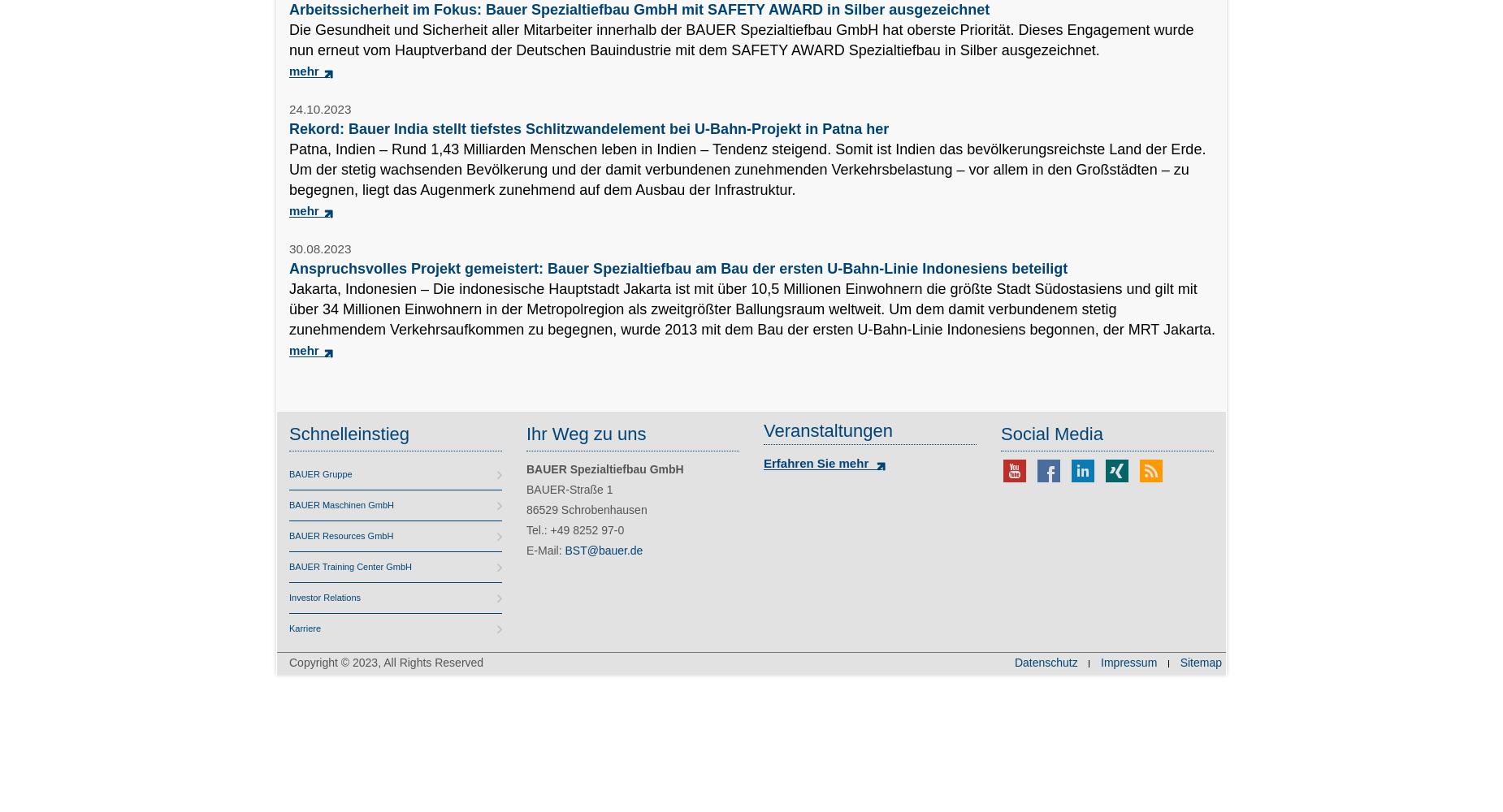  I want to click on 'Investor Relations', so click(323, 597).